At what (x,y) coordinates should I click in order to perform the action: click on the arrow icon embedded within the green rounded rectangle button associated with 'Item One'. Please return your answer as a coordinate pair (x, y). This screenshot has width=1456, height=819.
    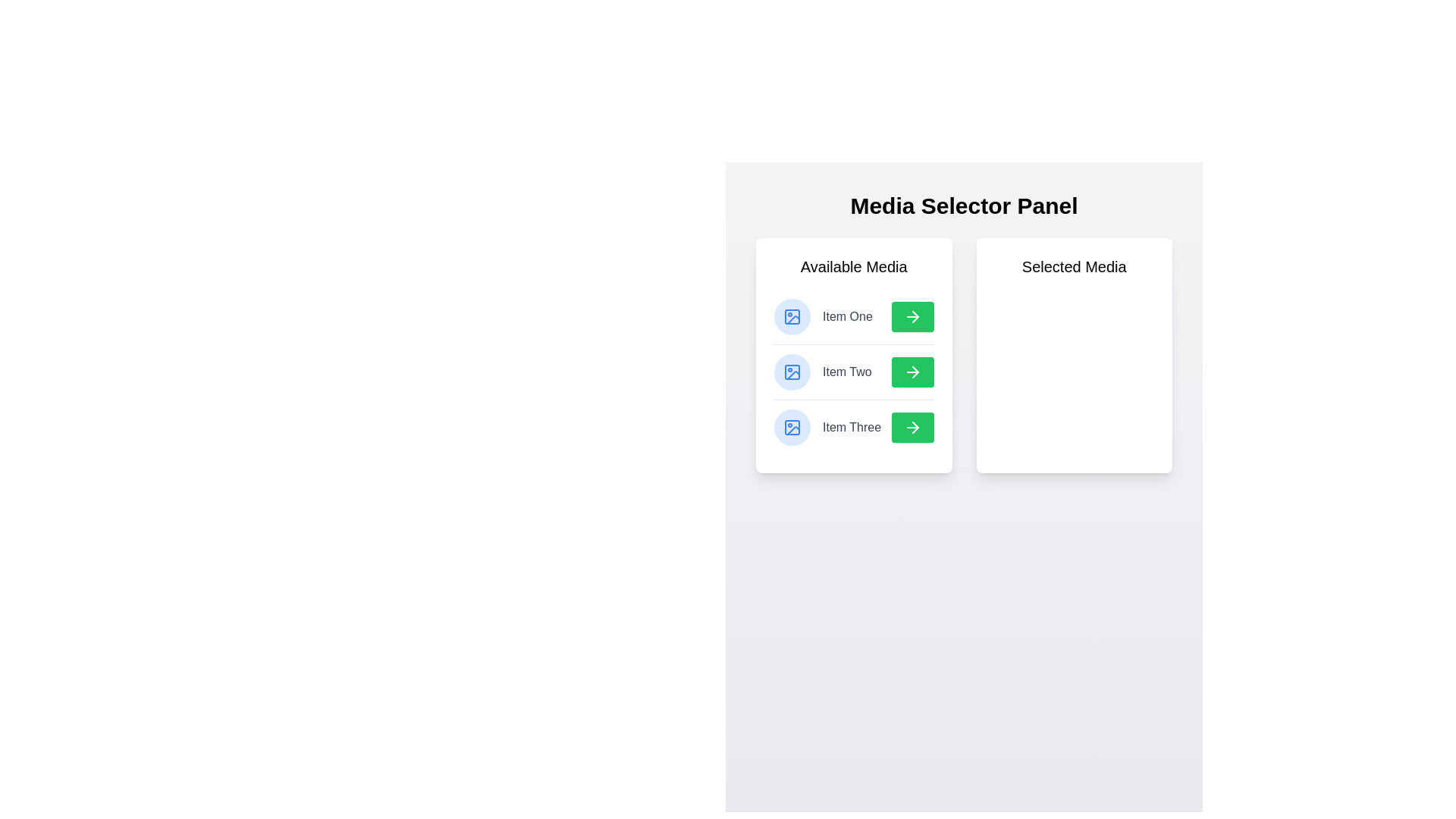
    Looking at the image, I should click on (912, 315).